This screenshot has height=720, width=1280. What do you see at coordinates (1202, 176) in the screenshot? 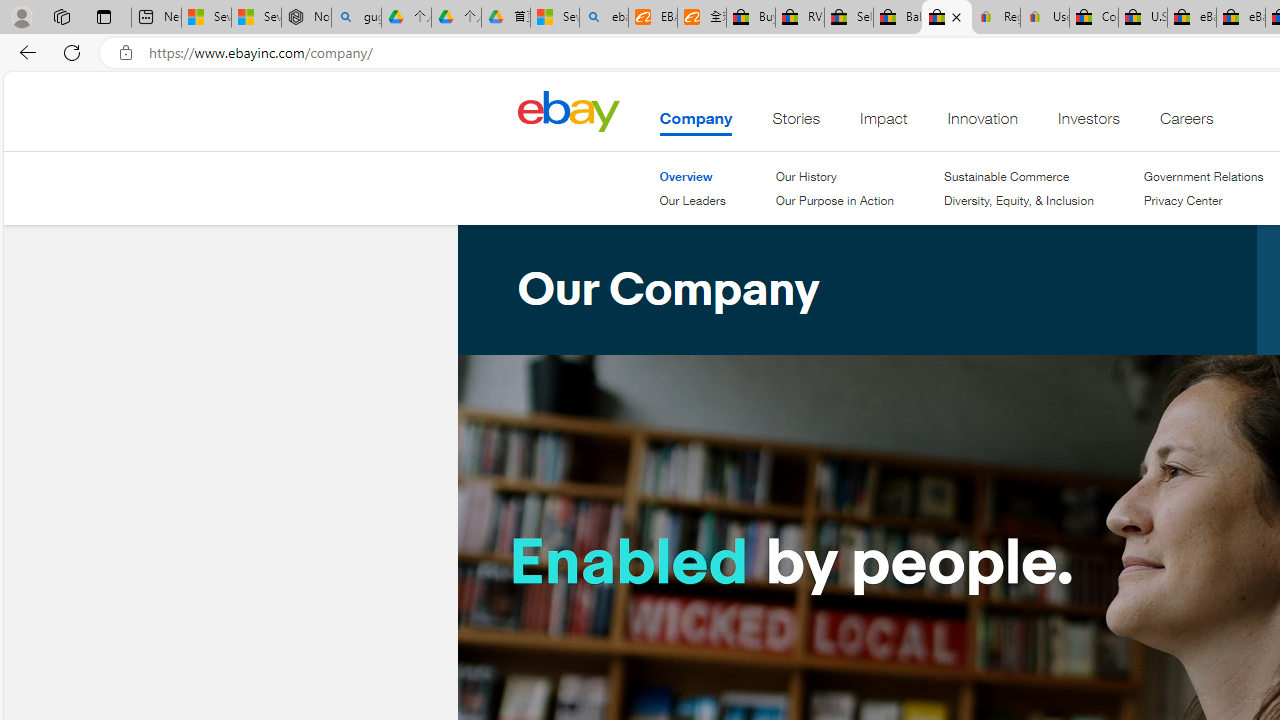
I see `'Government Relations'` at bounding box center [1202, 176].